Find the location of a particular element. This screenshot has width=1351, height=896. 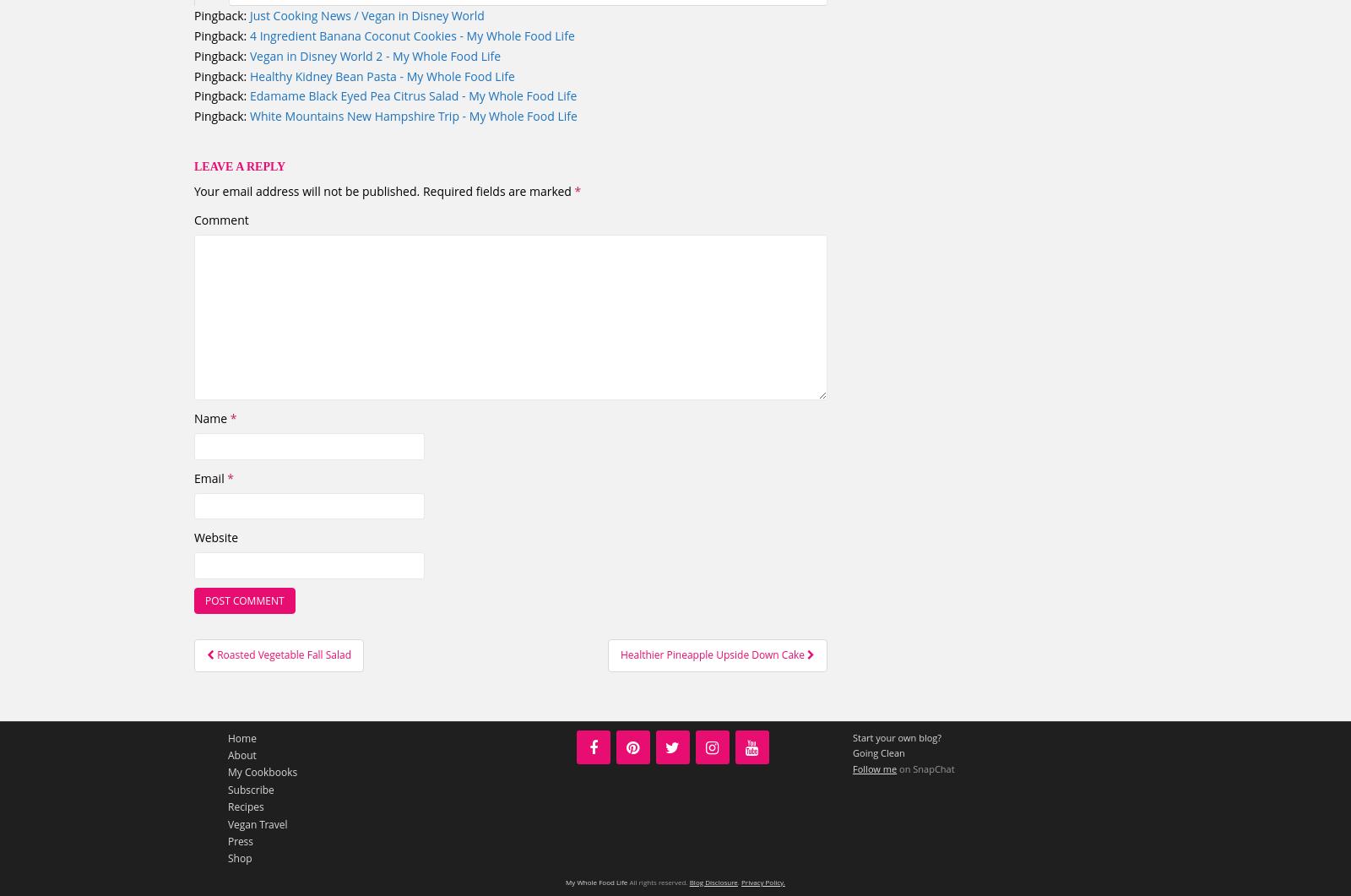

'Subscribe' is located at coordinates (250, 788).